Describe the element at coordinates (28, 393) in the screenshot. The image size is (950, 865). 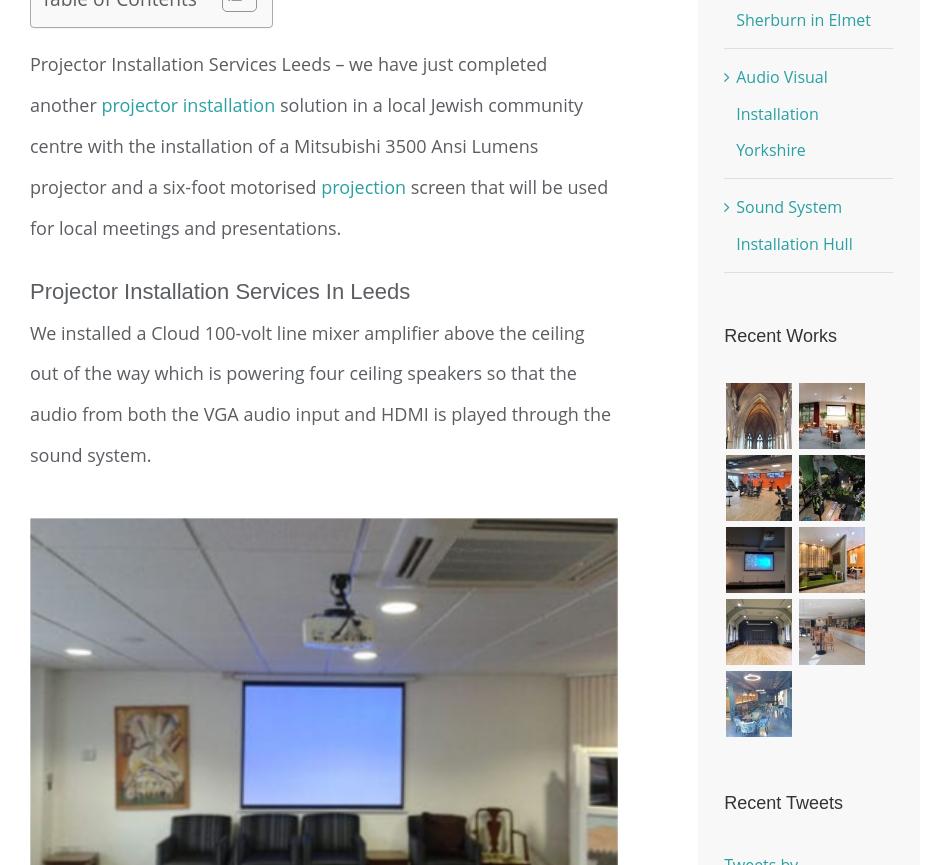
I see `'We installed a Cloud 100-volt line mixer amplifier above the ceiling out of the way which is powering four ceiling speakers so that the audio from both the VGA audio input and HDMI is played through the sound system.'` at that location.